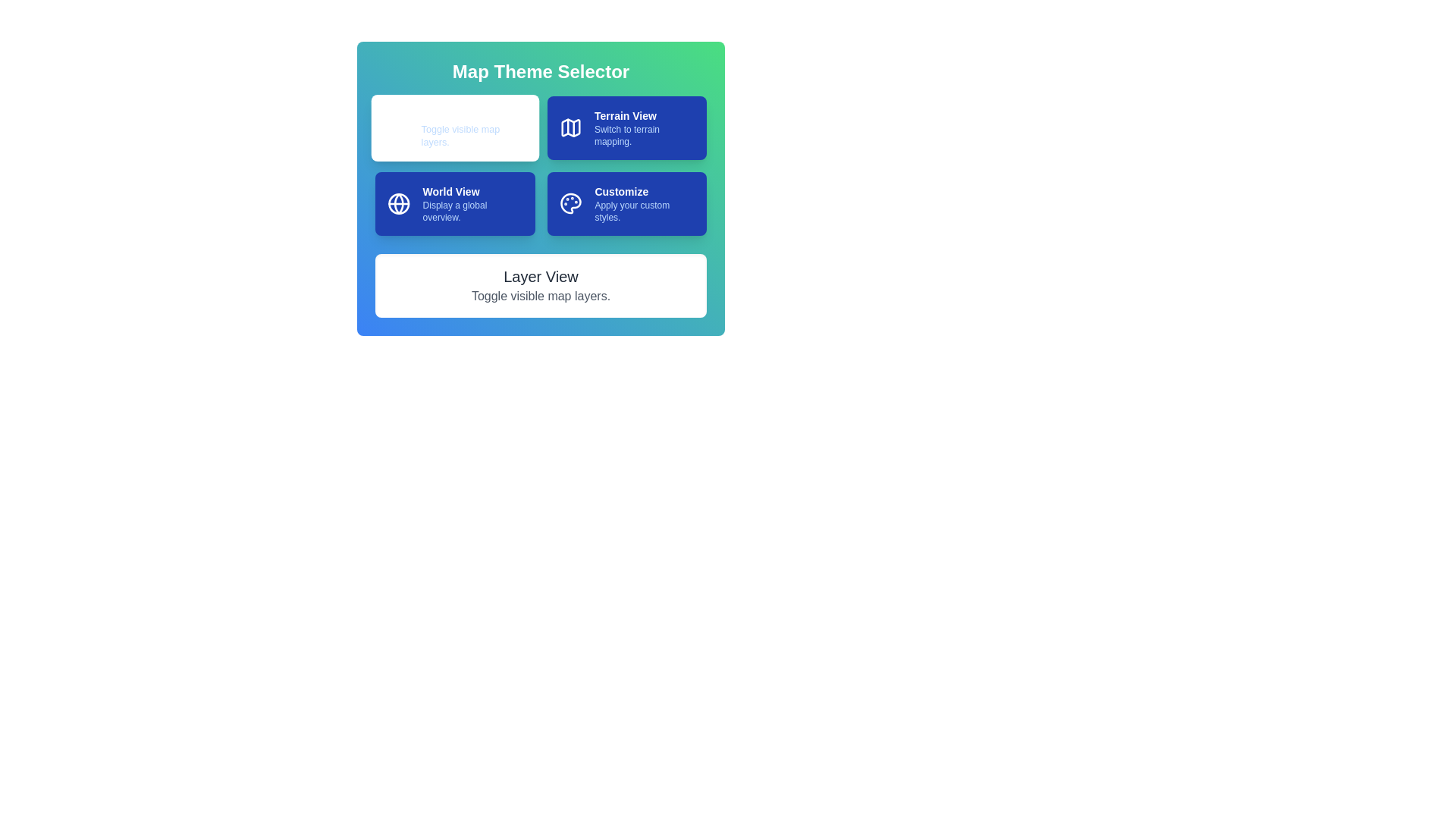  I want to click on the Item Icon resembling a paint palette, which is located inside the 'Customize' button on the bottom-right of the highlighted panel, so click(570, 203).